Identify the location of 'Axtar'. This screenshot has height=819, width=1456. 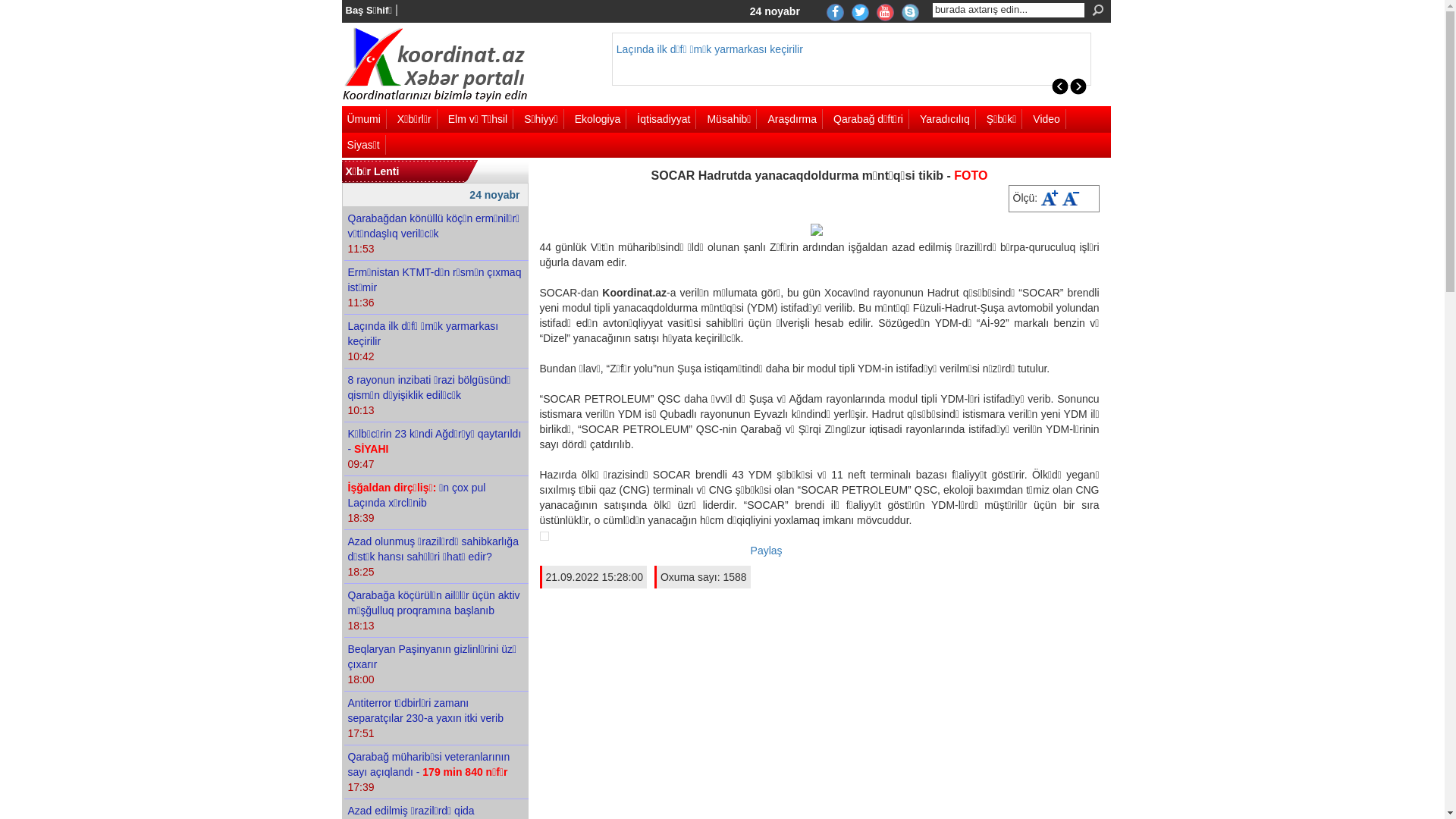
(1087, 10).